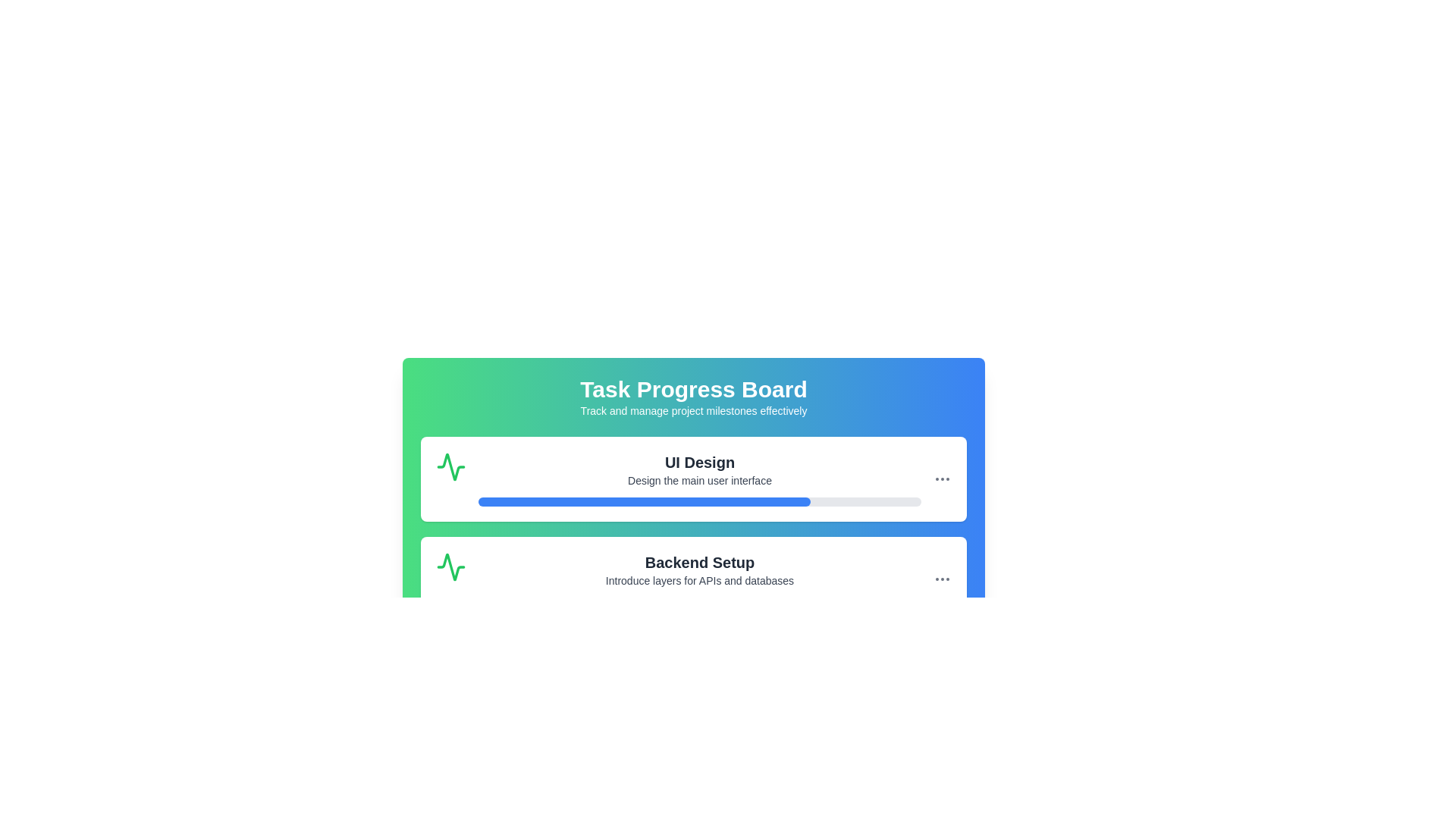 The width and height of the screenshot is (1456, 819). I want to click on the bolded headline displaying 'Task Progress Board' located at the top of the section in the upper area of the interface, so click(693, 388).